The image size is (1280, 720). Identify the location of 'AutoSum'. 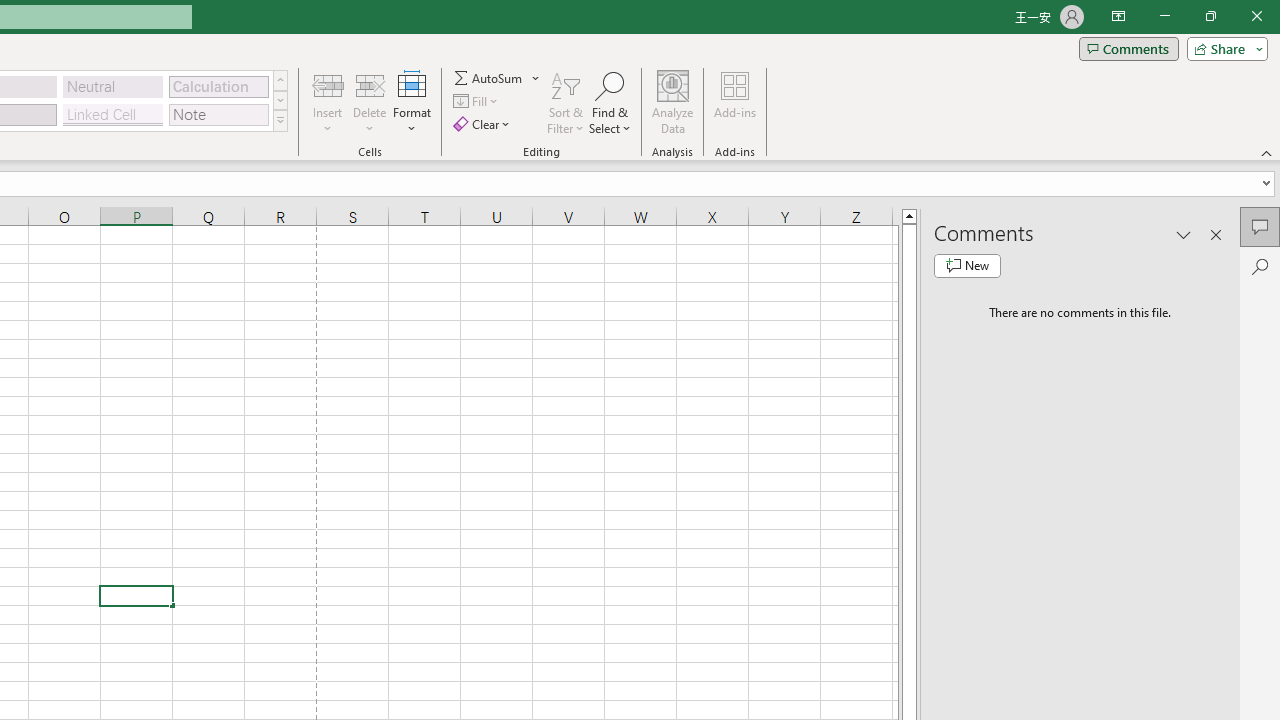
(497, 77).